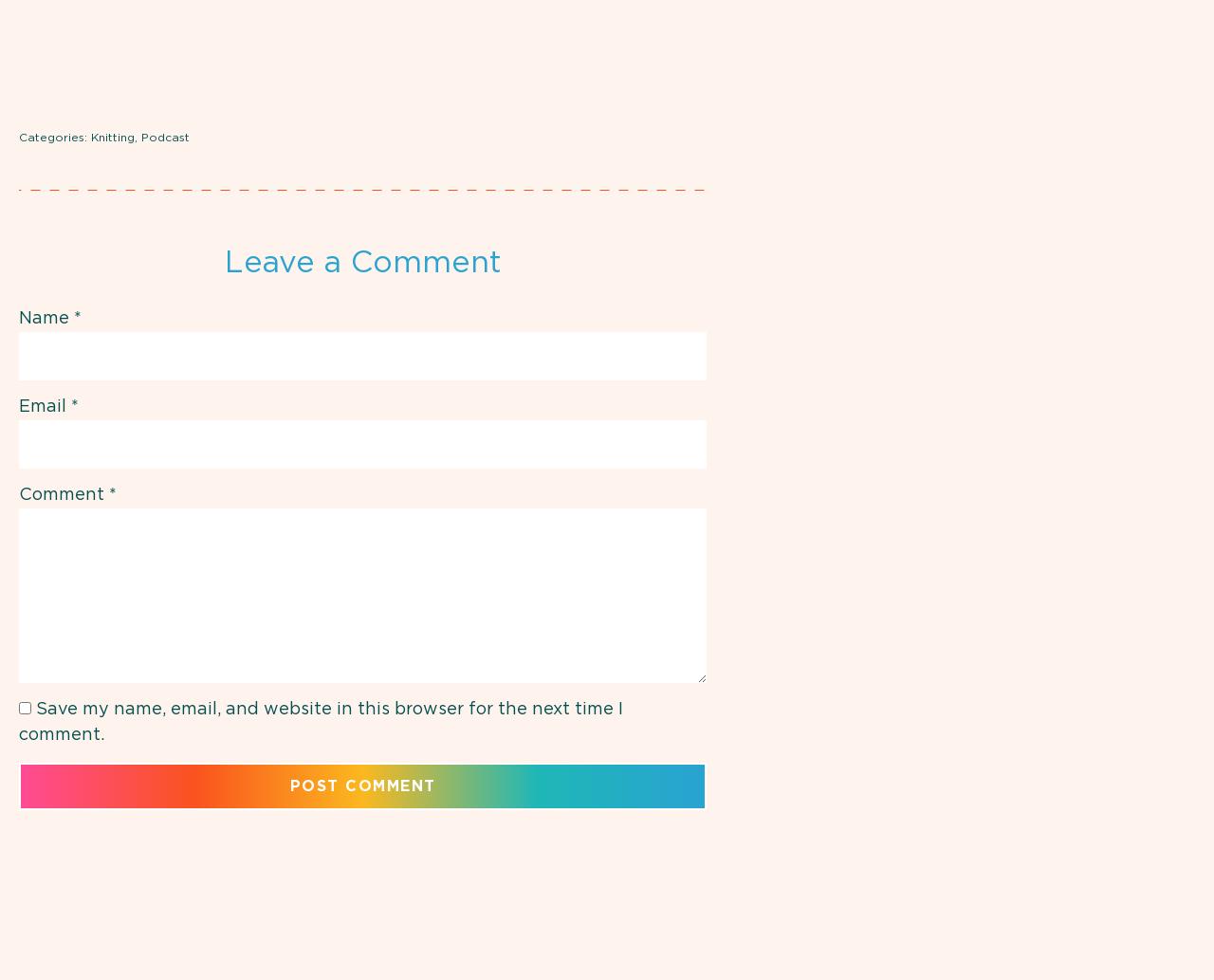 The image size is (1214, 980). I want to click on 'Knitting', so click(112, 138).